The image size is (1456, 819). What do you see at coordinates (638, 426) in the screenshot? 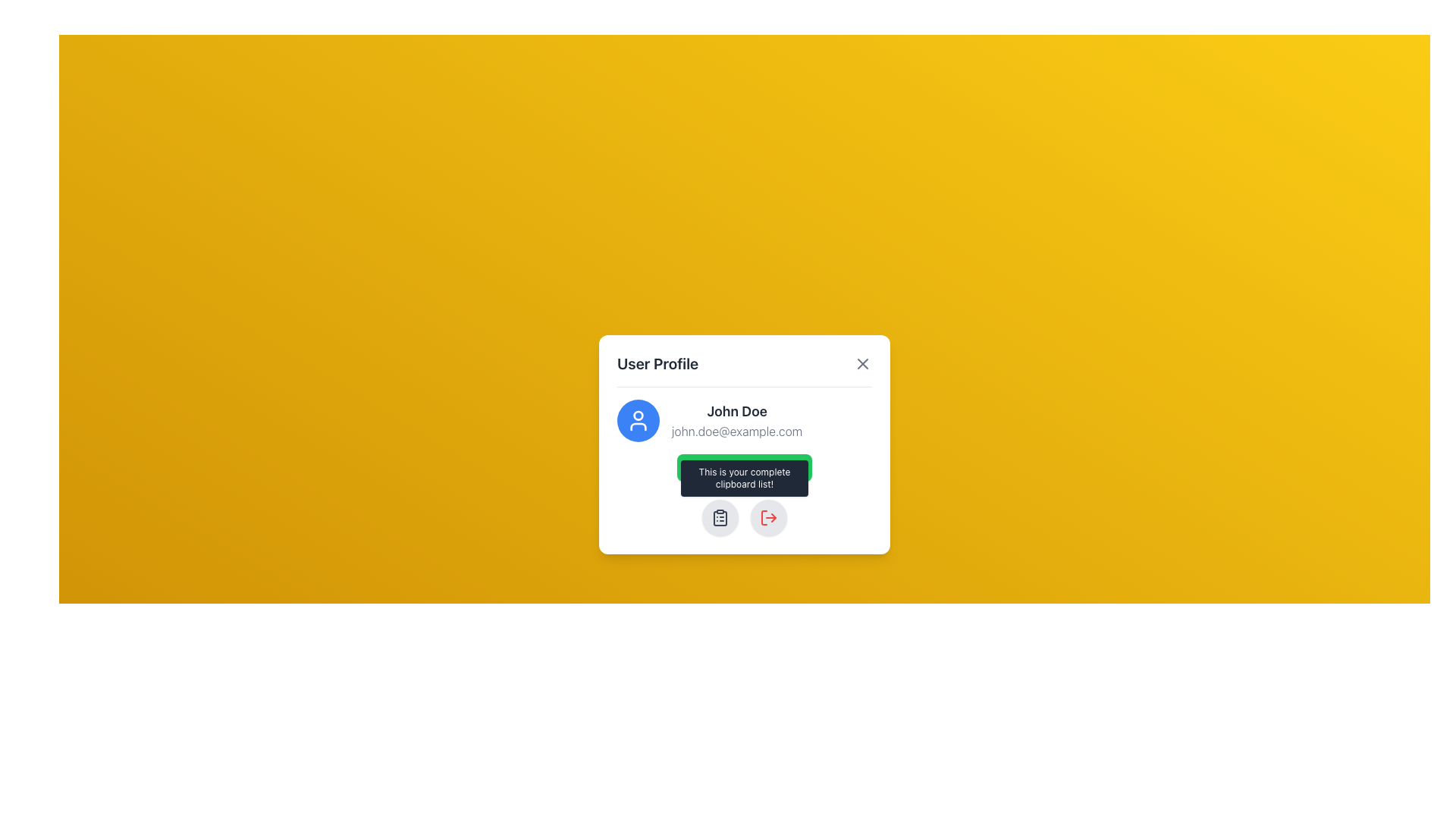
I see `the lower segment of the user profile icon, which represents the body of the stylized user figure` at bounding box center [638, 426].